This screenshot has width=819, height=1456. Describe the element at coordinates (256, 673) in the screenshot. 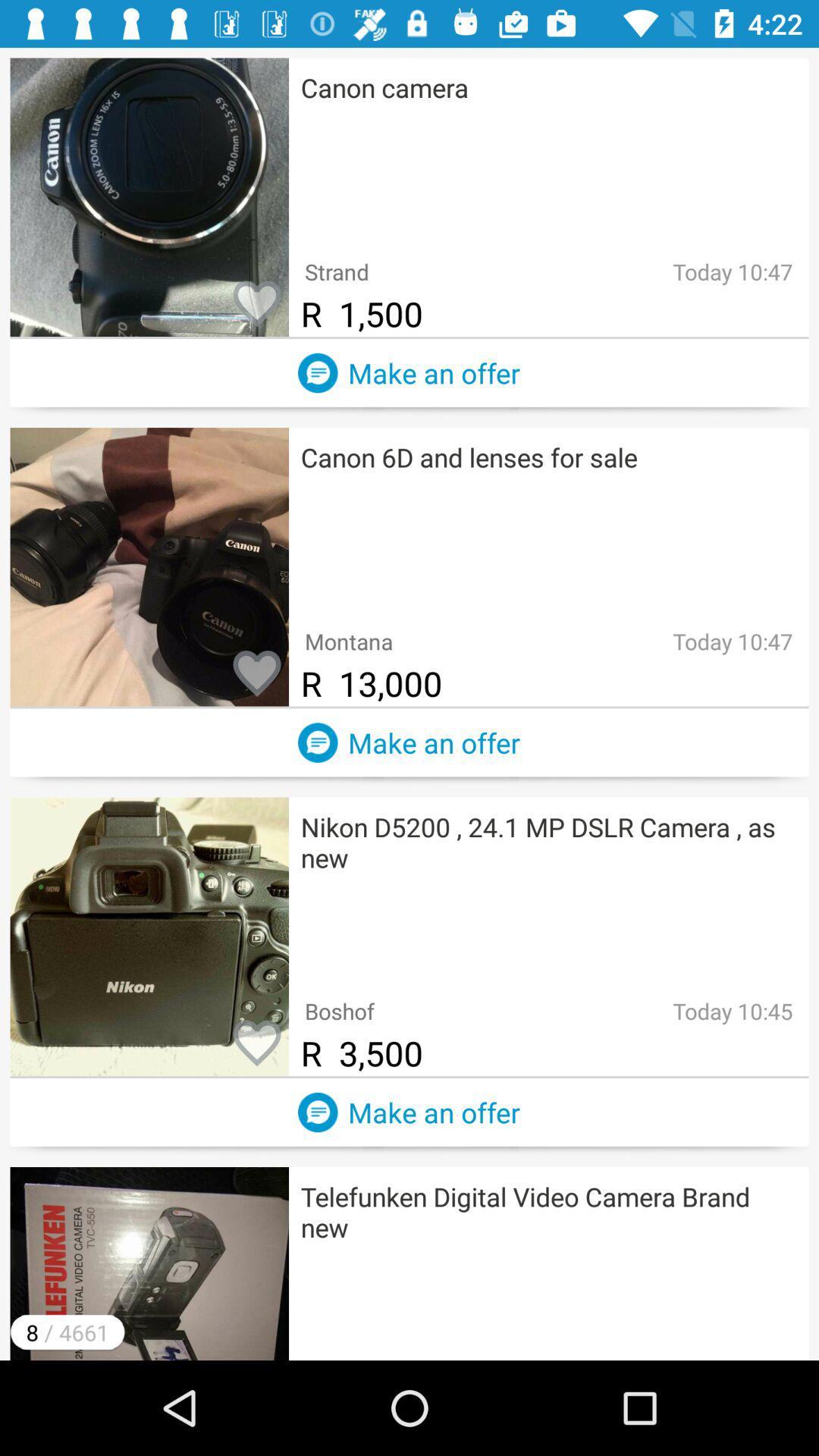

I see `to favorites` at that location.